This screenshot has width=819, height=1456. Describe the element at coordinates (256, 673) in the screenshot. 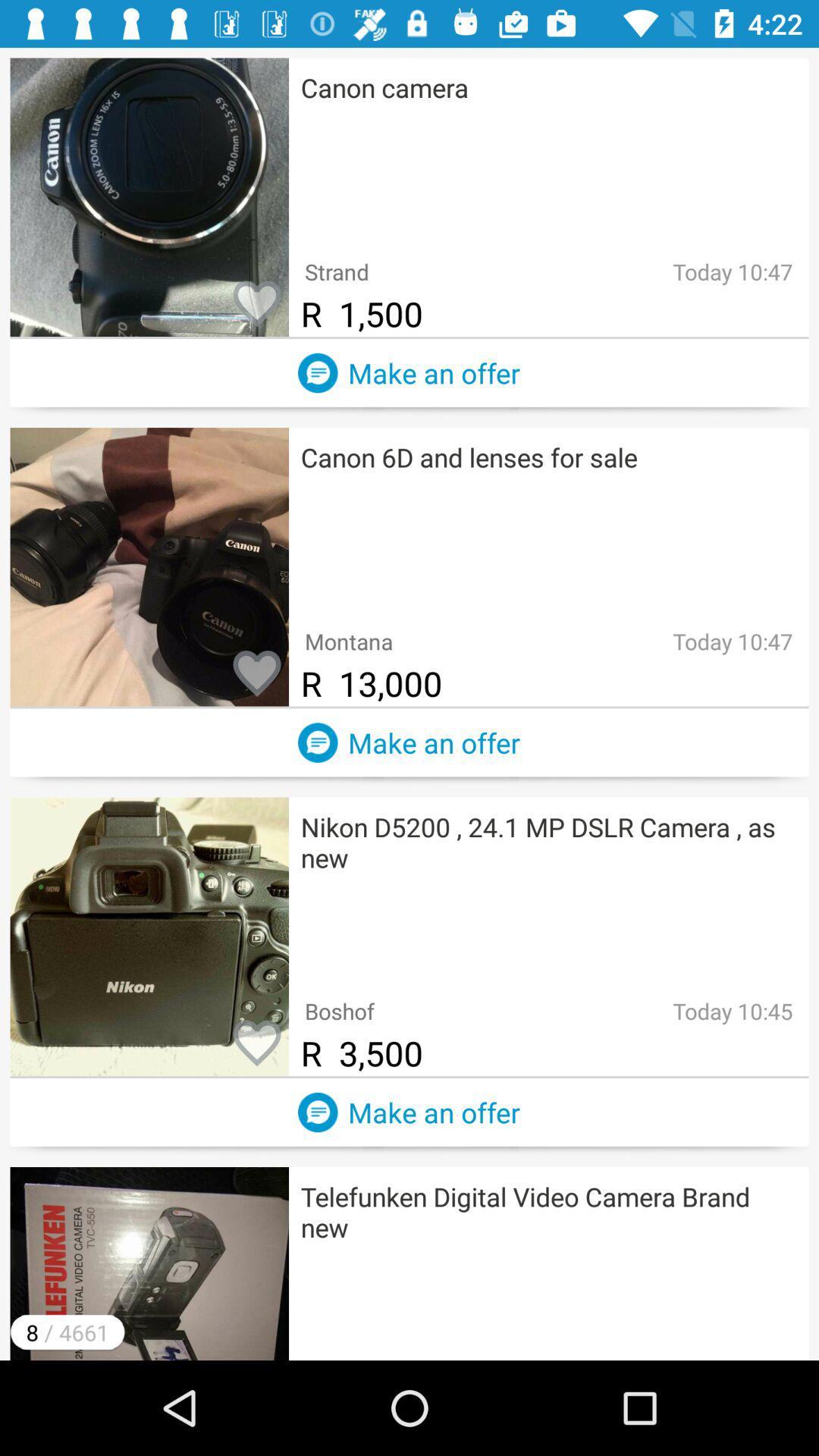

I see `to favorites` at that location.